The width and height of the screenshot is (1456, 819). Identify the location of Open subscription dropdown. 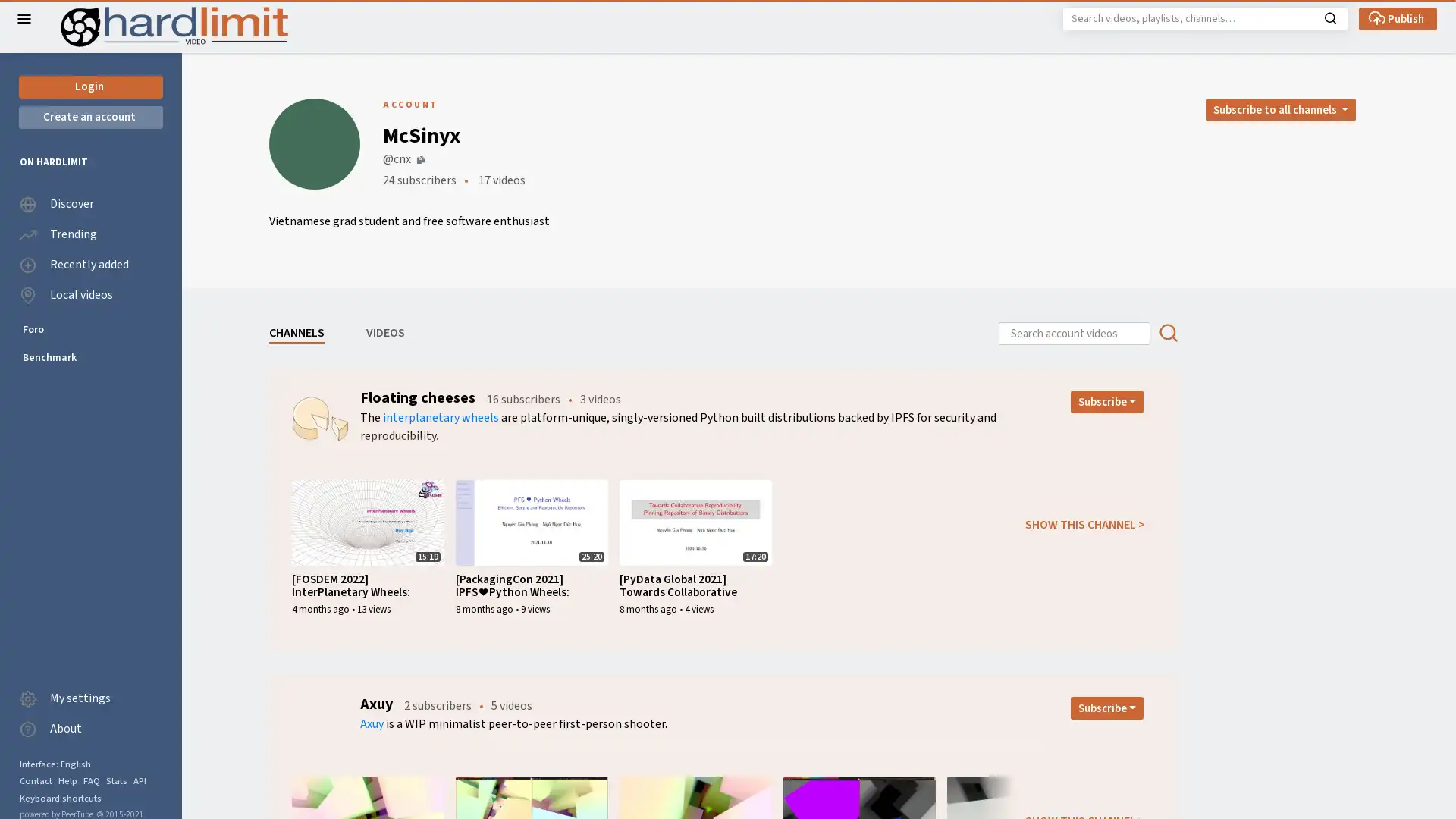
(1279, 109).